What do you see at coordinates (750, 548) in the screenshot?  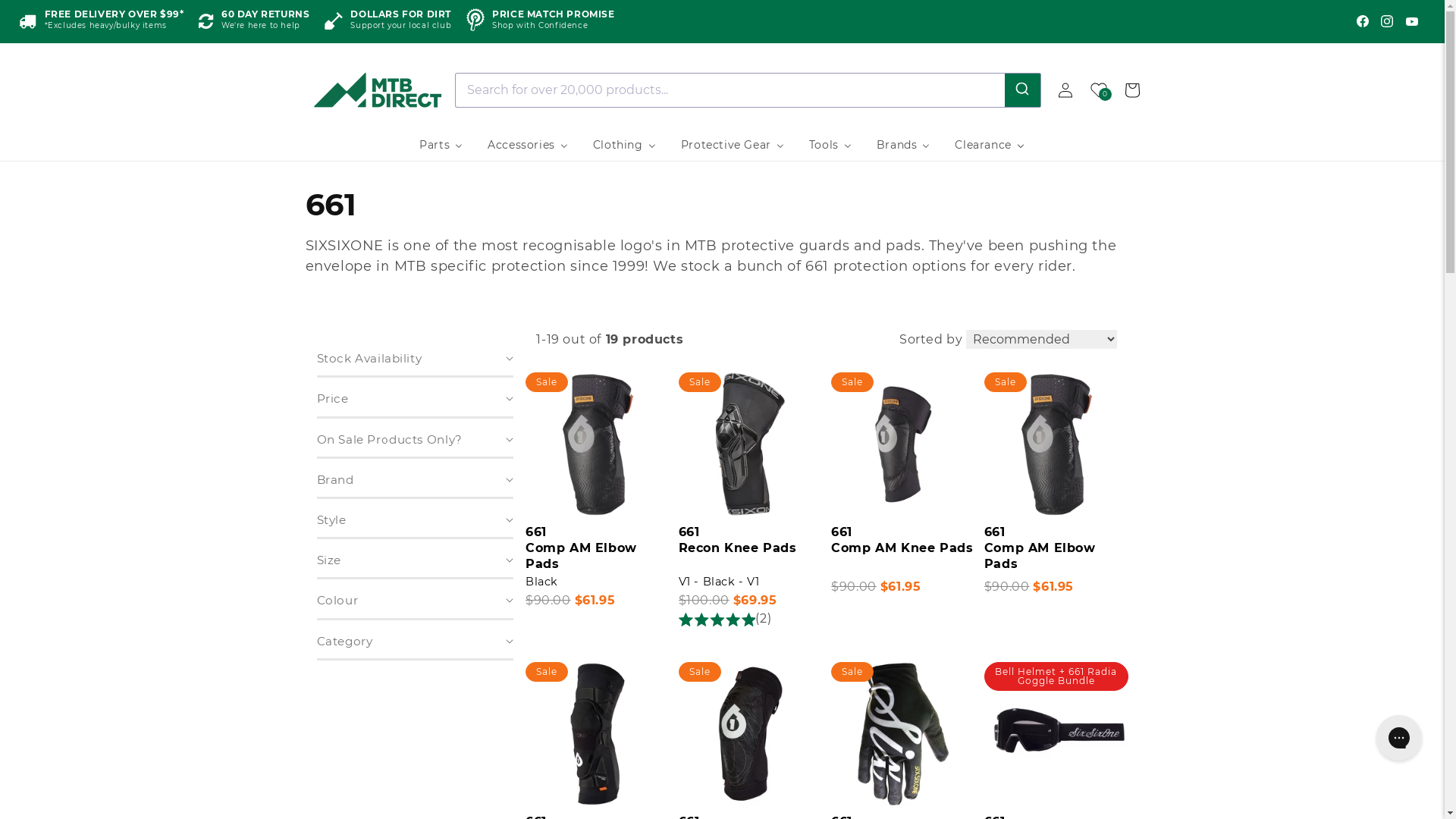 I see `'661` at bounding box center [750, 548].